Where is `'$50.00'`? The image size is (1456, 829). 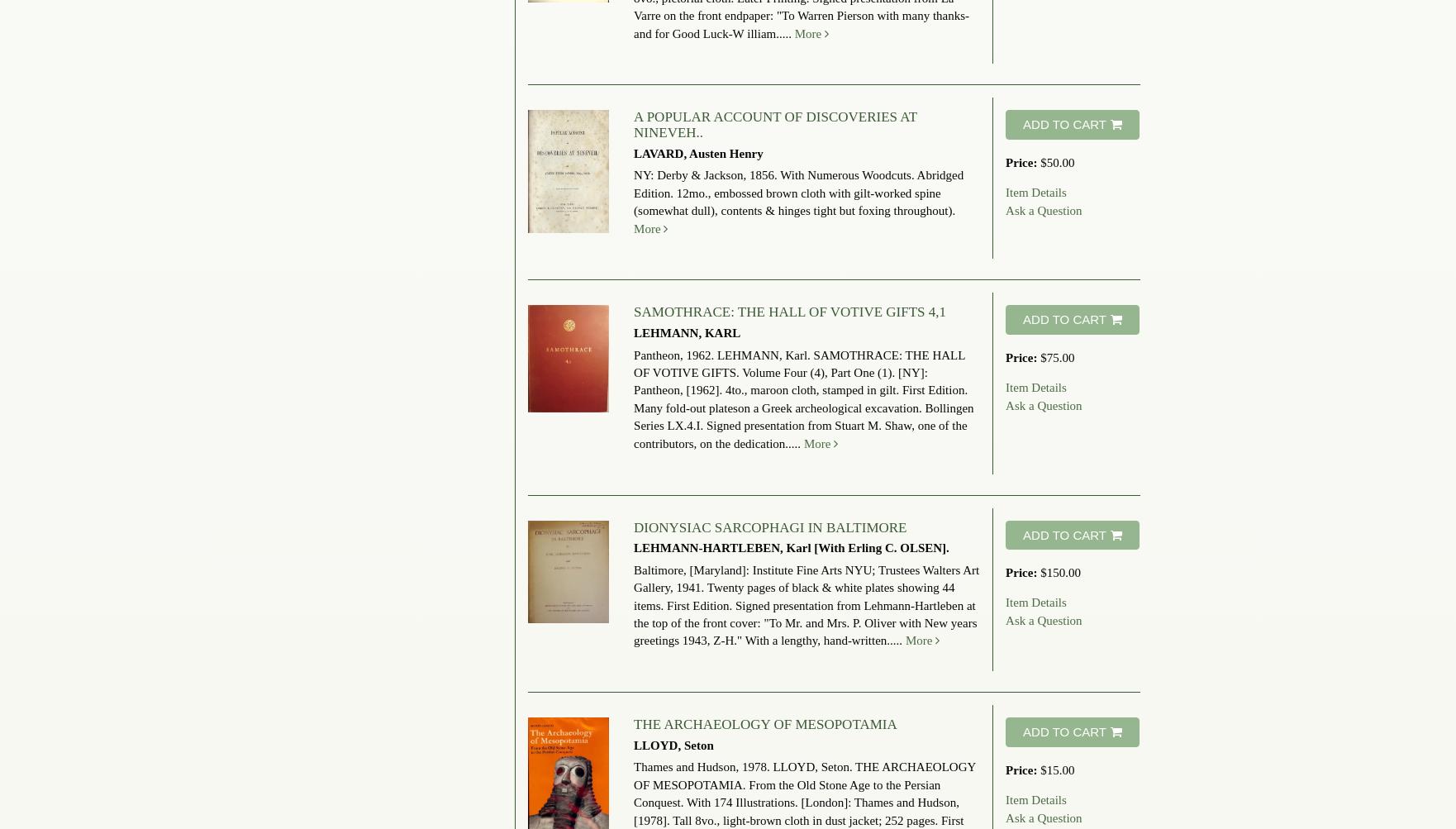 '$50.00' is located at coordinates (1057, 160).